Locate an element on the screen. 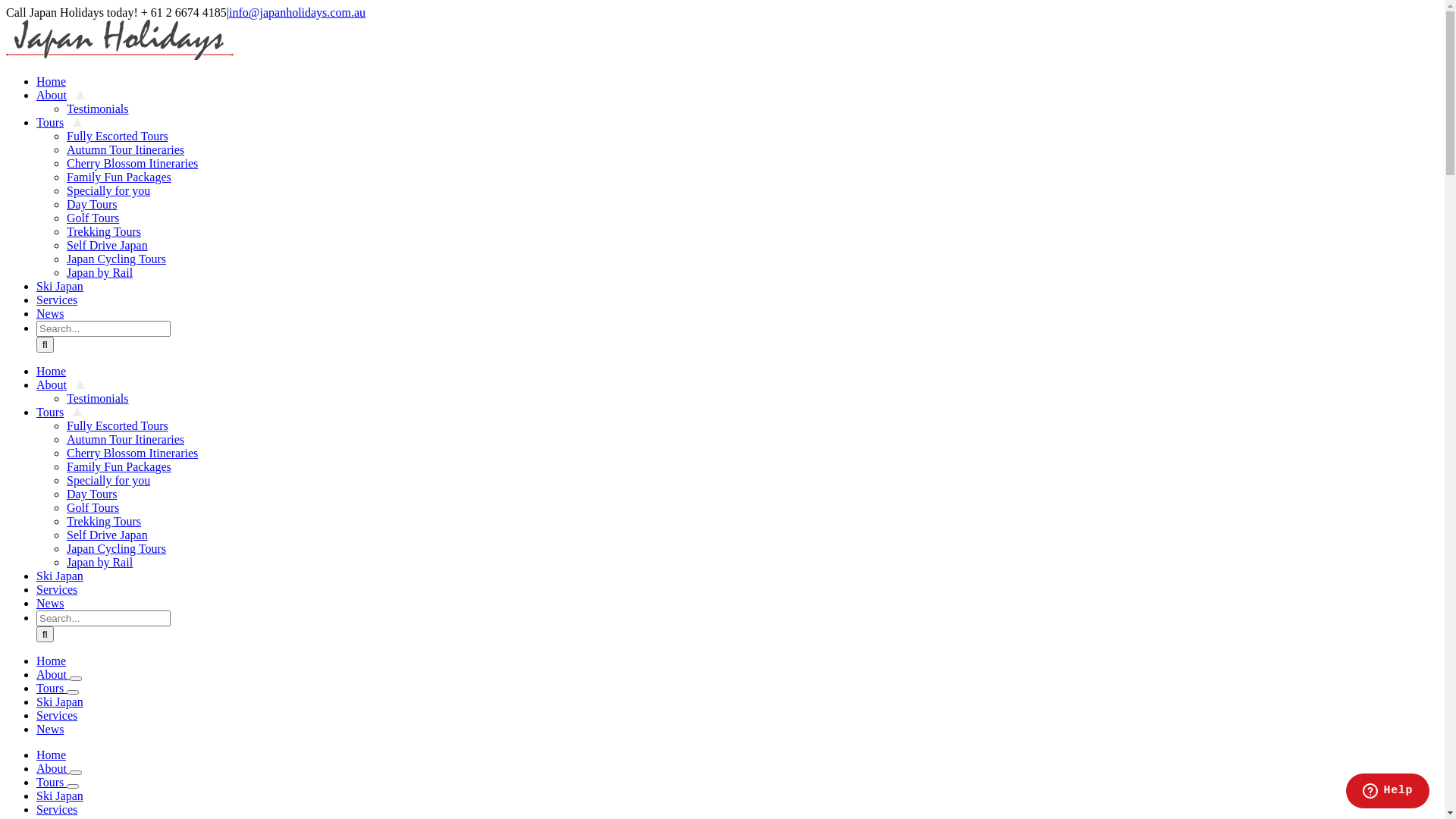 The height and width of the screenshot is (819, 1456). 'News' is located at coordinates (36, 312).